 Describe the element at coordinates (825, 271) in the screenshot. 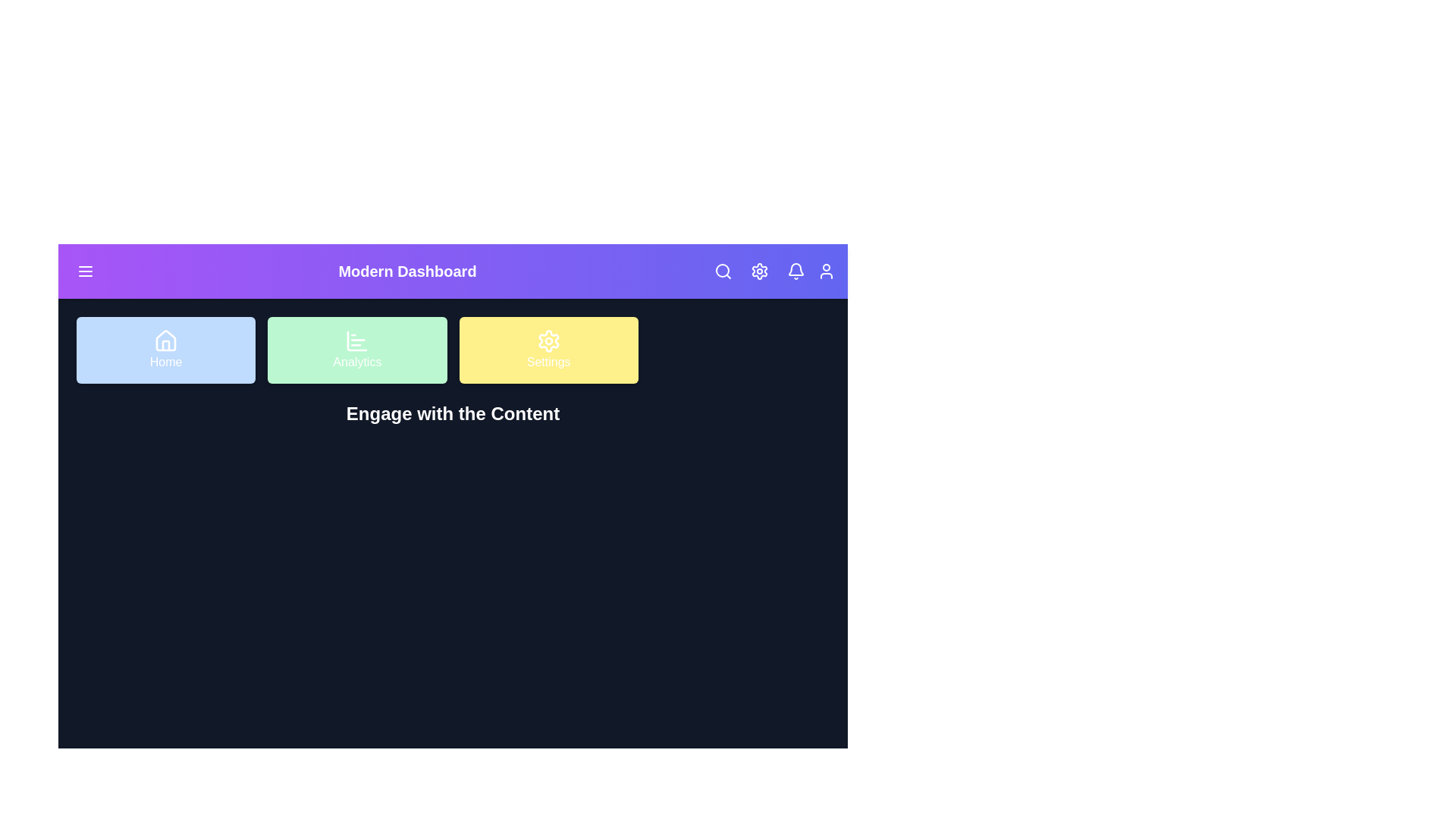

I see `the User icon to access user account options` at that location.